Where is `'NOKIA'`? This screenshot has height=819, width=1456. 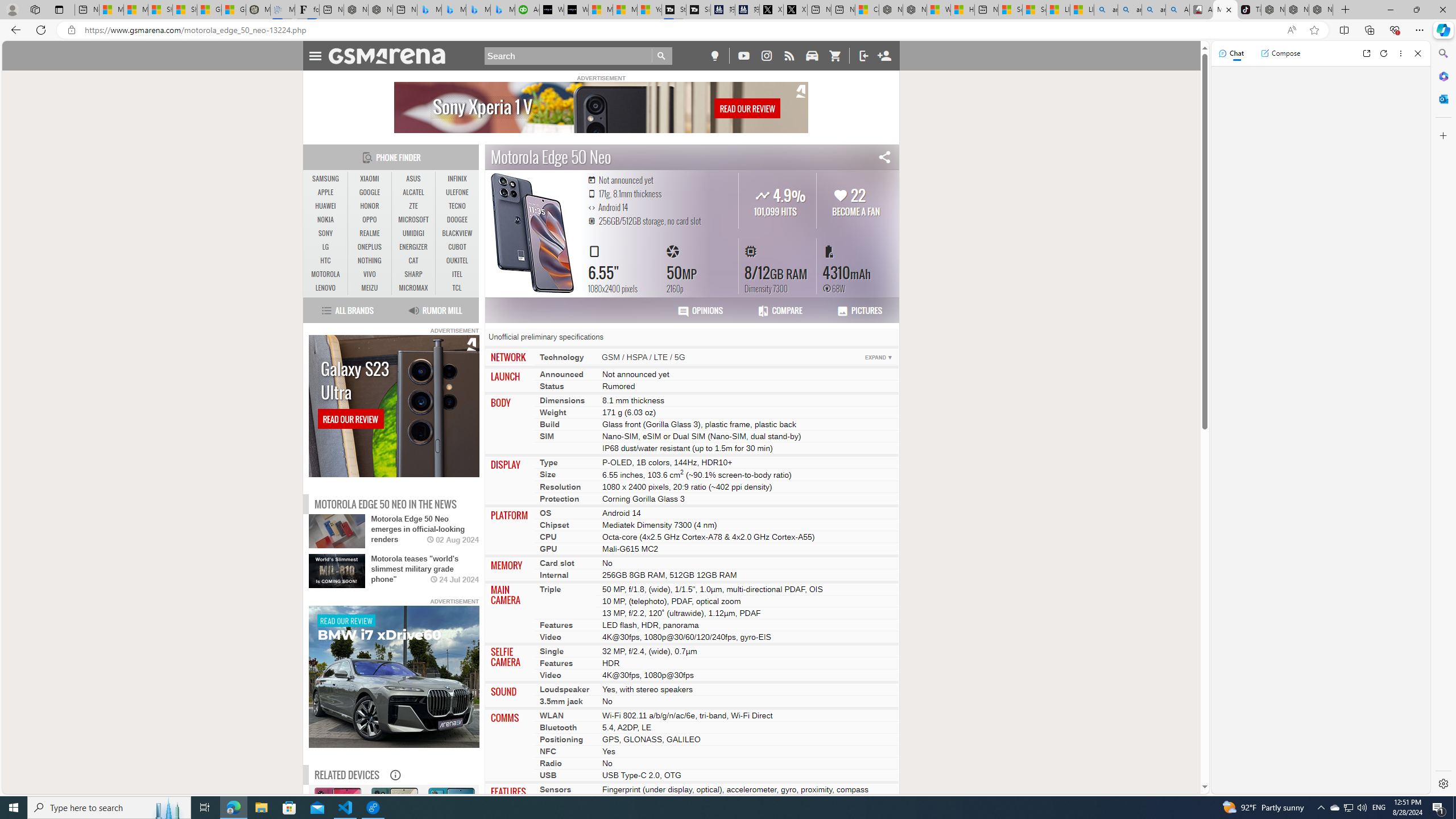
'NOKIA' is located at coordinates (325, 220).